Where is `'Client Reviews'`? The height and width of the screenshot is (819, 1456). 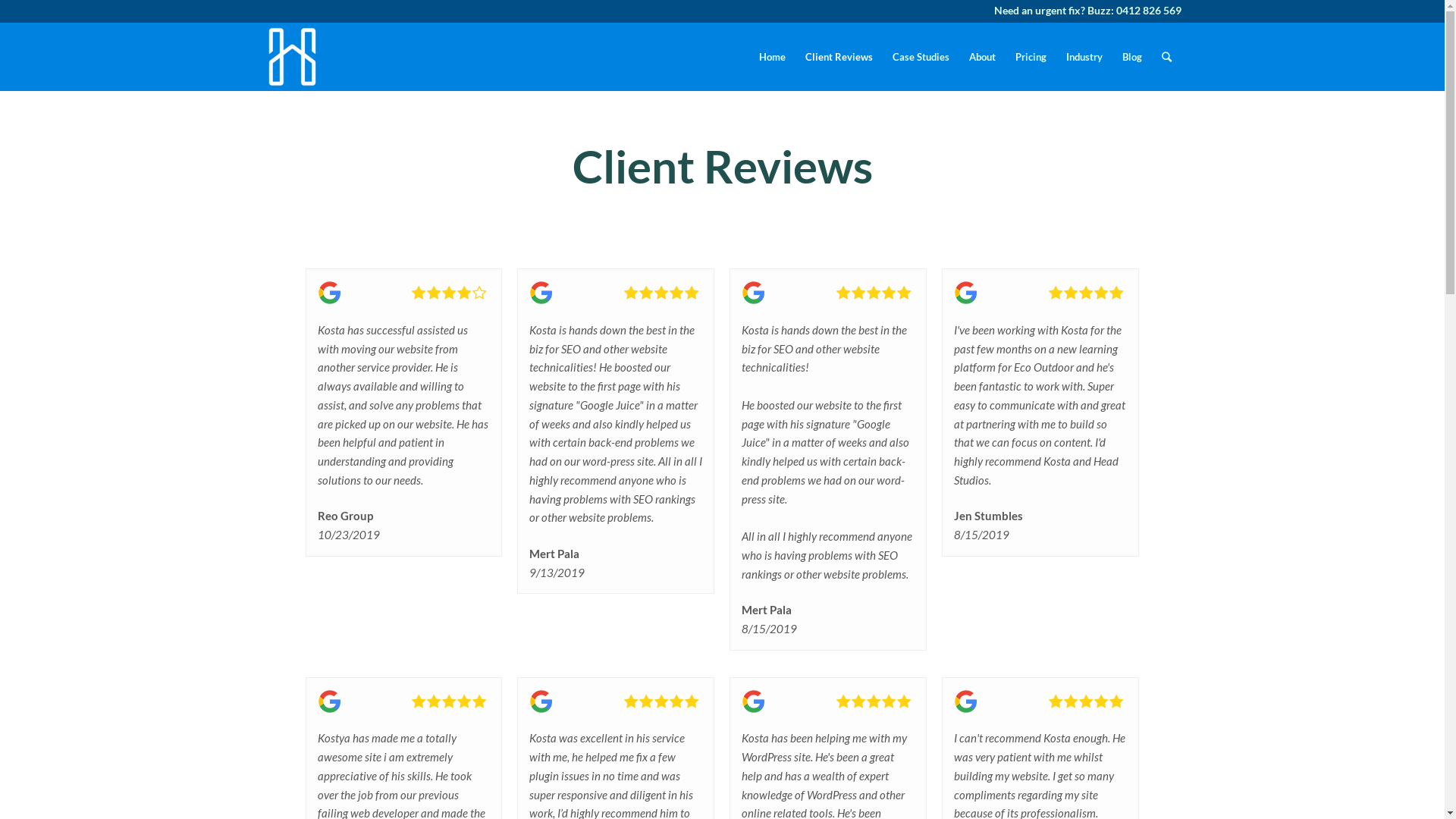 'Client Reviews' is located at coordinates (837, 55).